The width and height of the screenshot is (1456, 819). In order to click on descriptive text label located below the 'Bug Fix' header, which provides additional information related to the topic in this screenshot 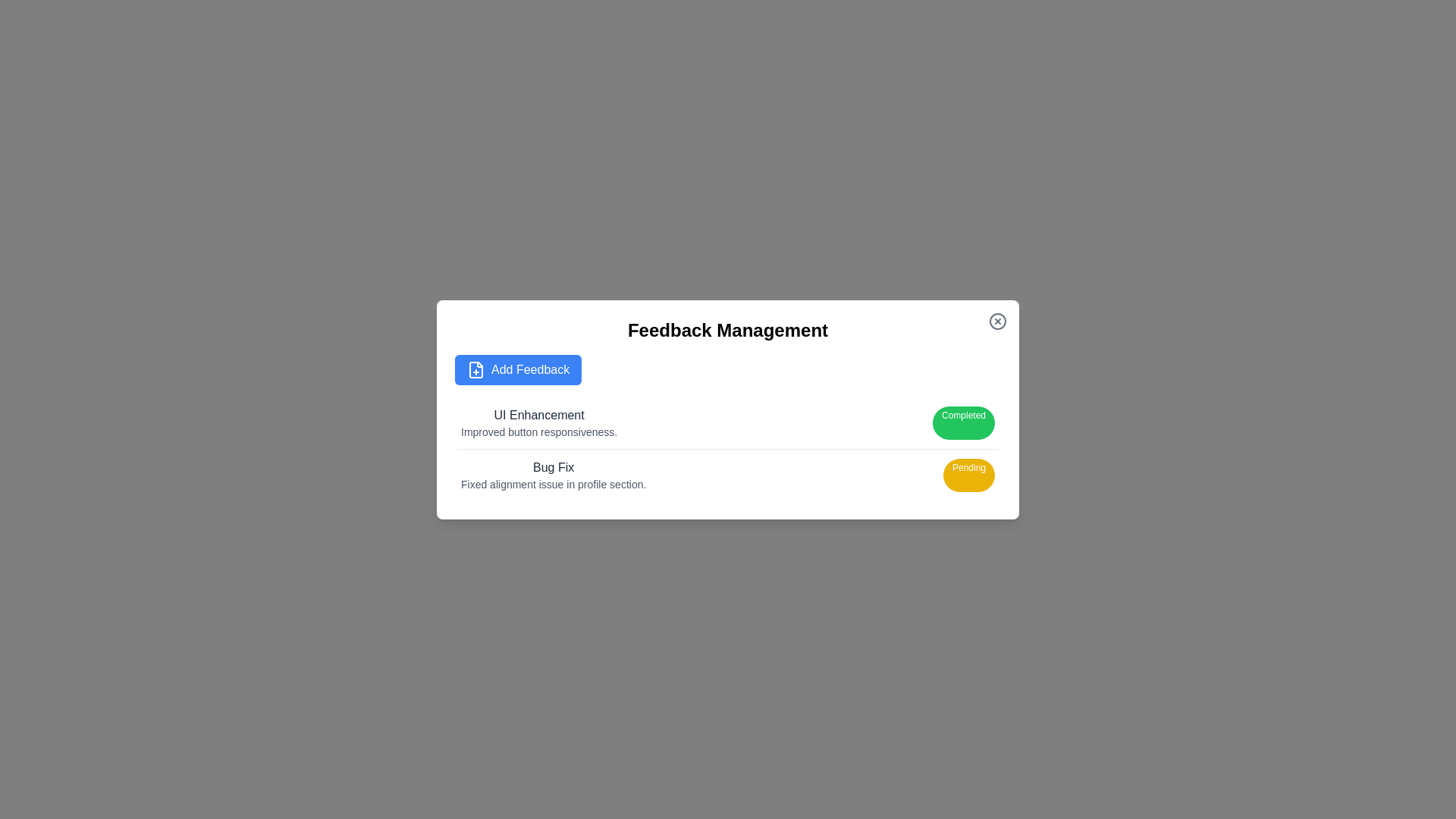, I will do `click(553, 484)`.